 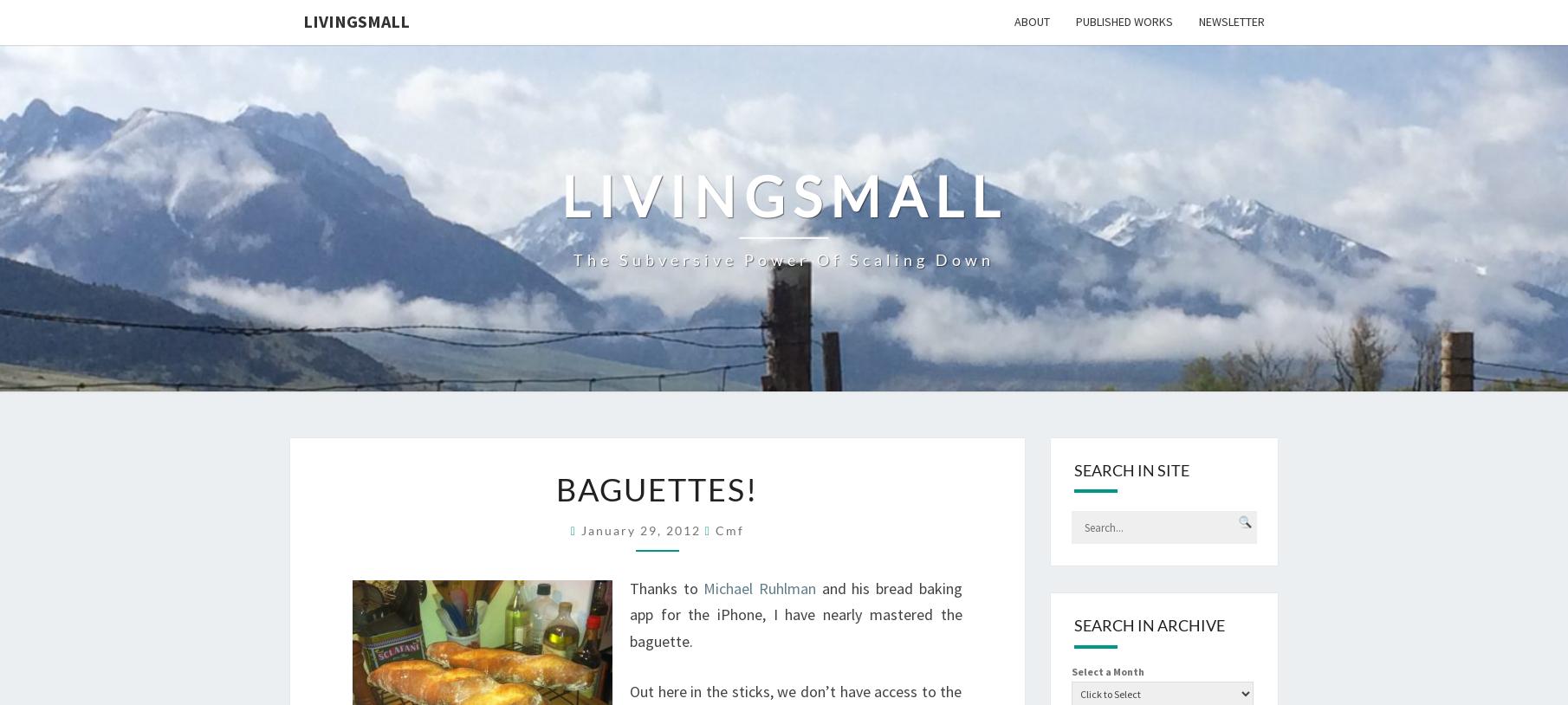 I want to click on 'Baguettes!', so click(x=555, y=488).